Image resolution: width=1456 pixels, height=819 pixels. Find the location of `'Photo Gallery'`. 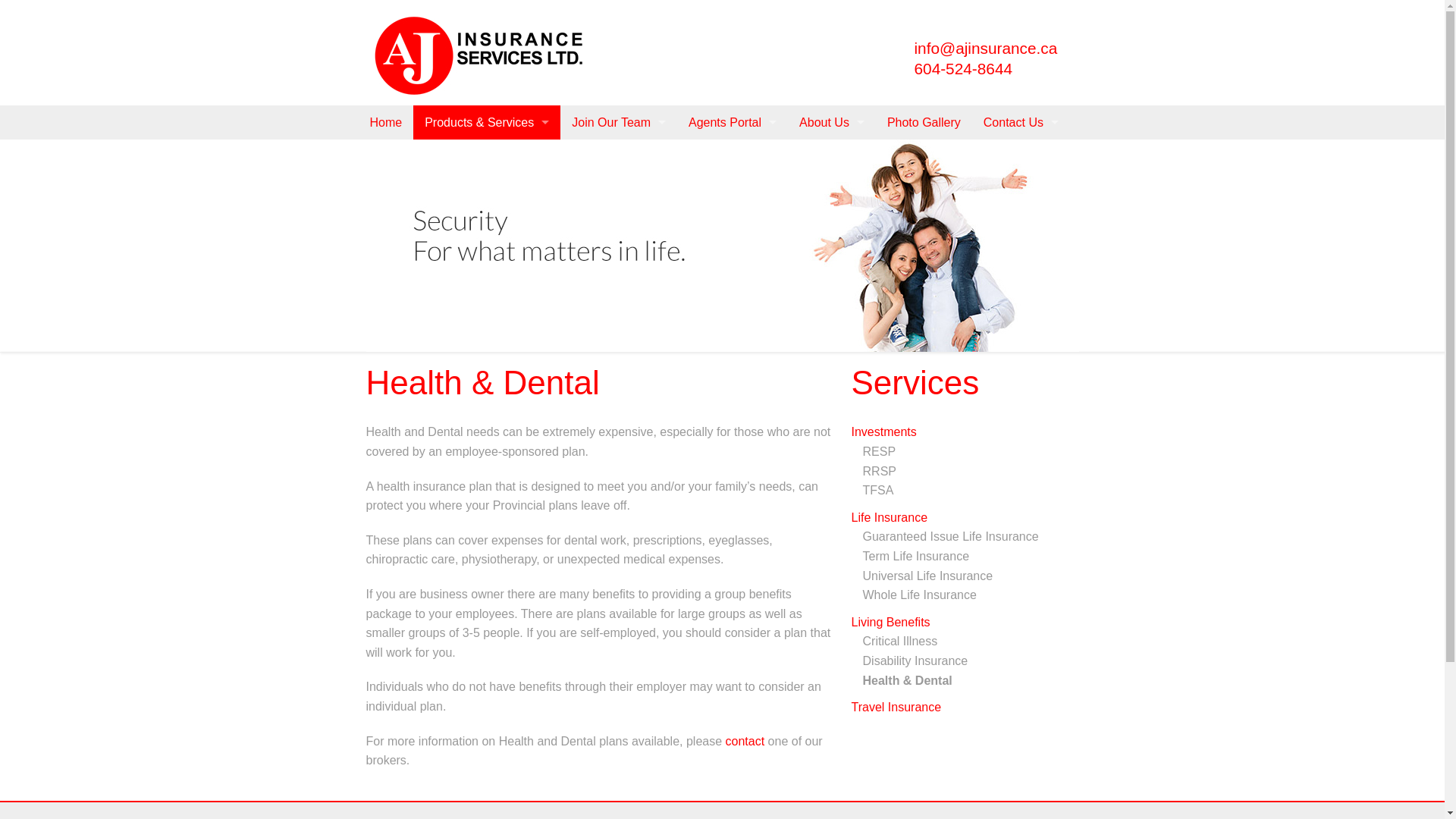

'Photo Gallery' is located at coordinates (923, 121).